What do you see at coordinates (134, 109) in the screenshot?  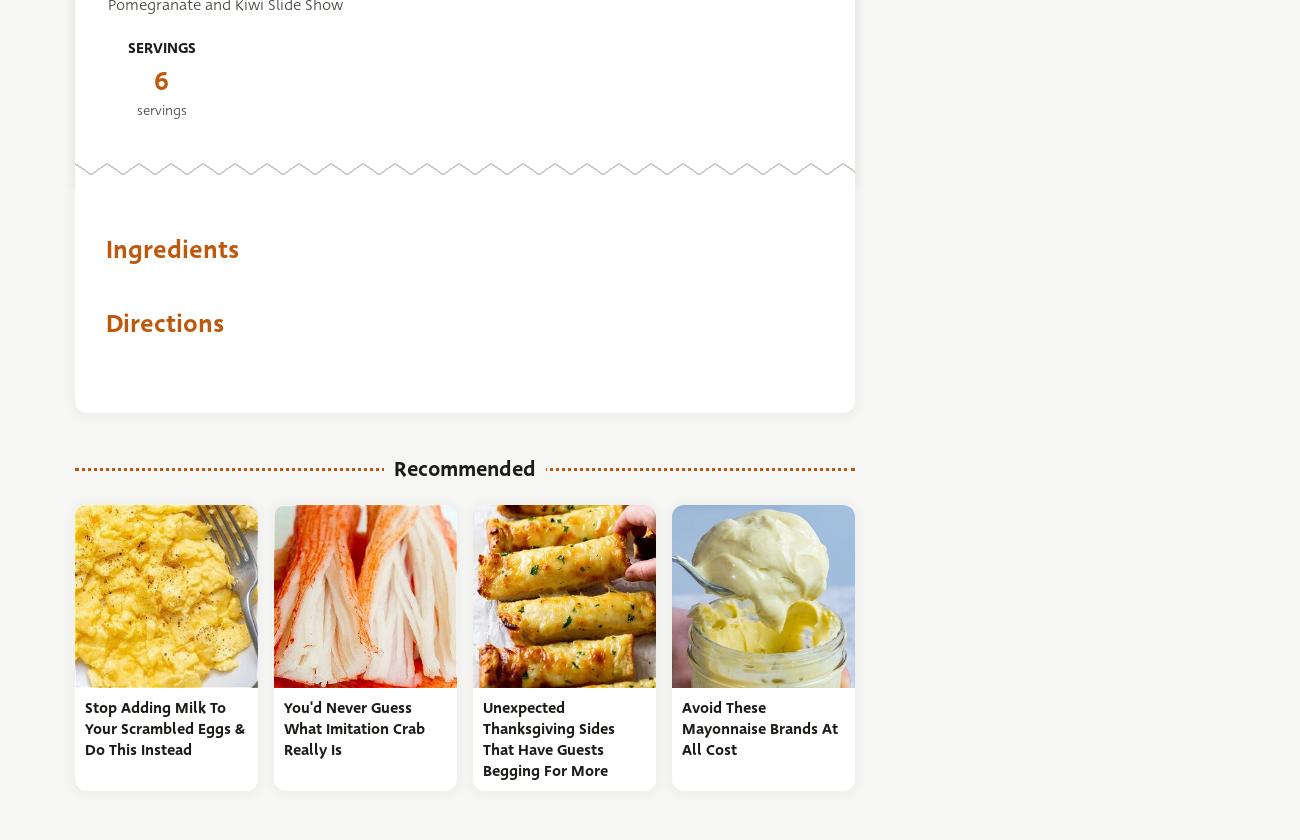 I see `'servings'` at bounding box center [134, 109].